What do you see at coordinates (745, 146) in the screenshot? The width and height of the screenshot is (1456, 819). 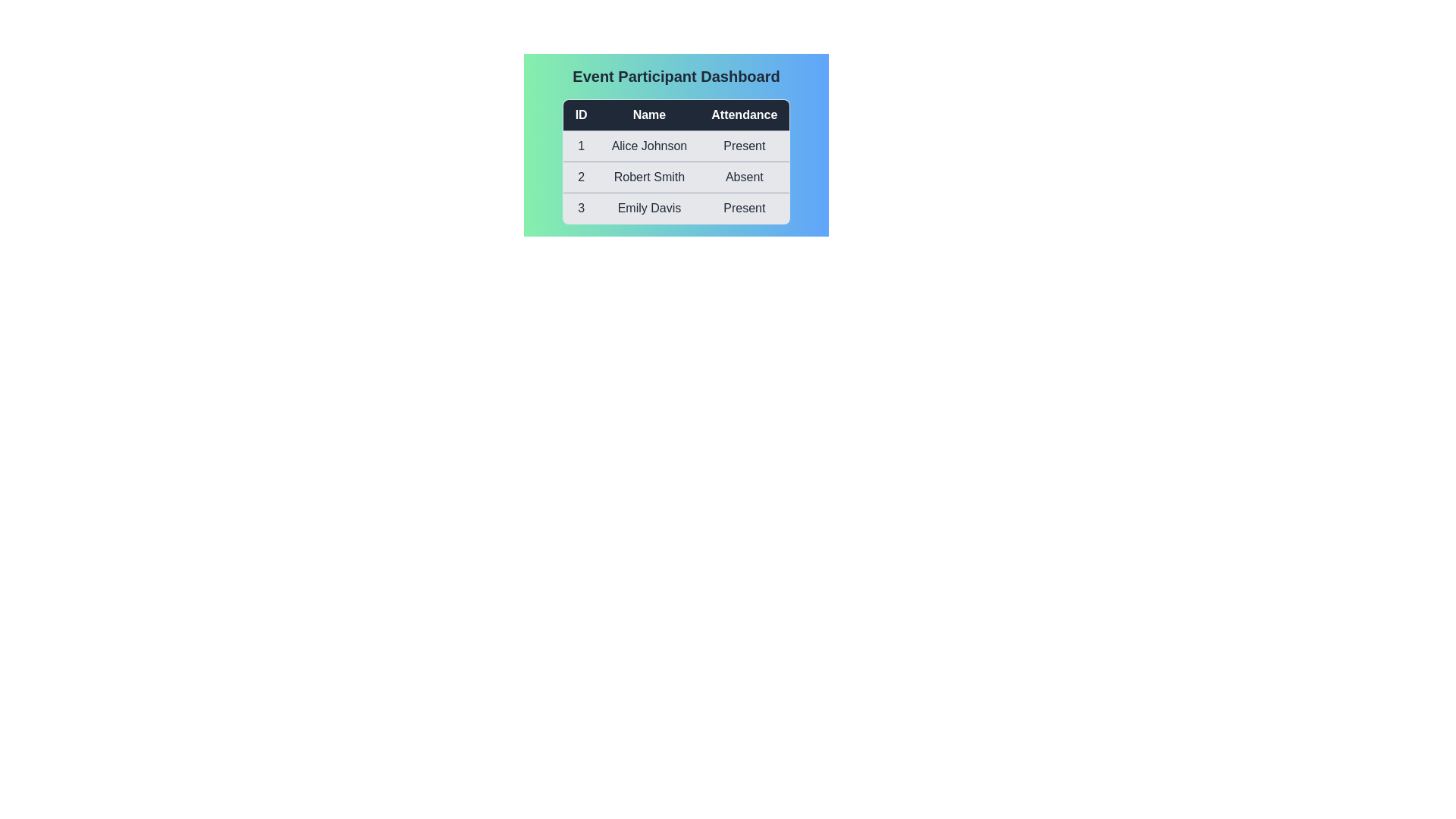 I see `the Text Label indicating the attendance status of 'Alice Johnson' as 'Present', located in the third column of the Attendance table` at bounding box center [745, 146].